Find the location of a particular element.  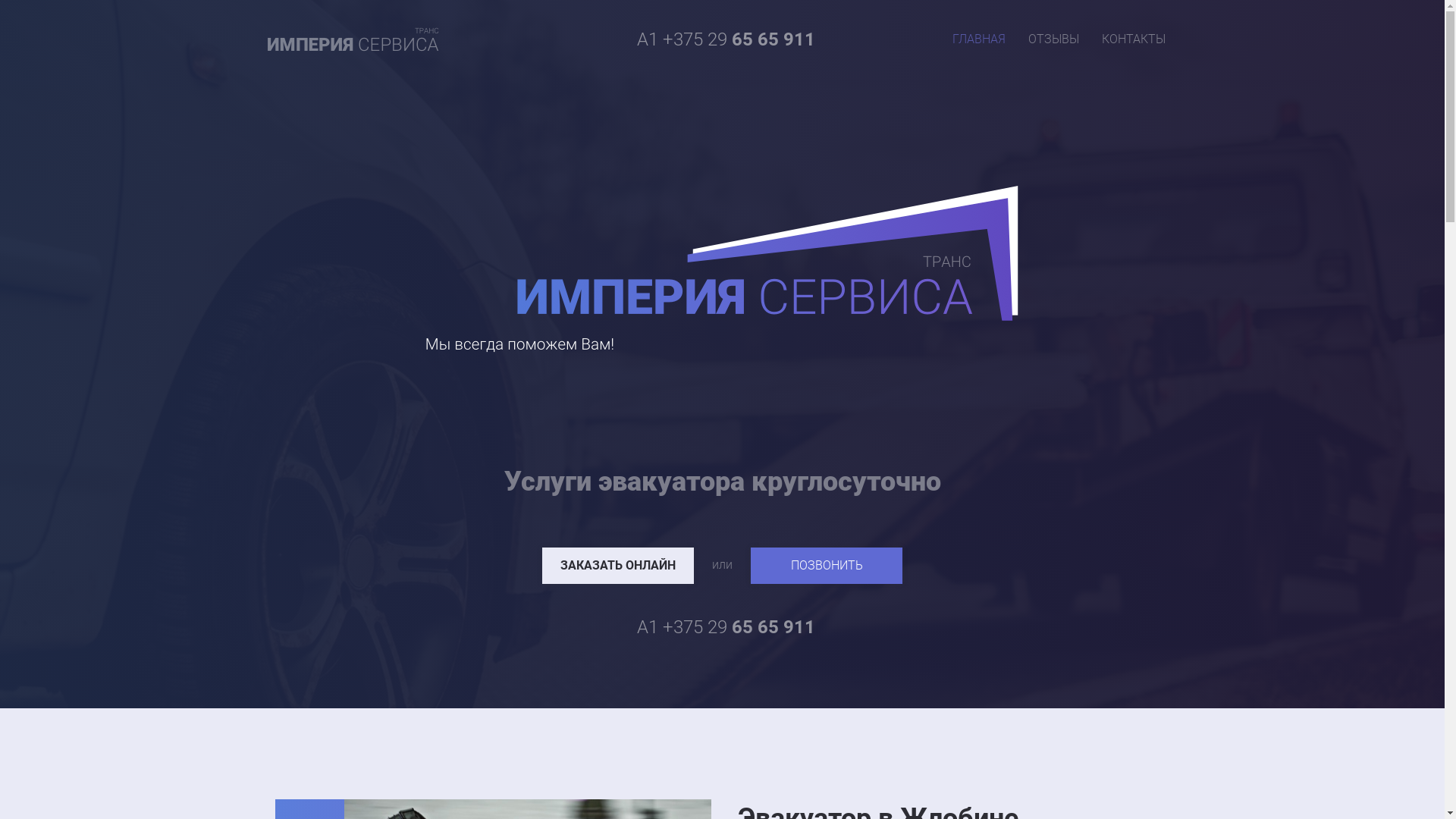

'A1 +375 29 65 65 911' is located at coordinates (725, 626).